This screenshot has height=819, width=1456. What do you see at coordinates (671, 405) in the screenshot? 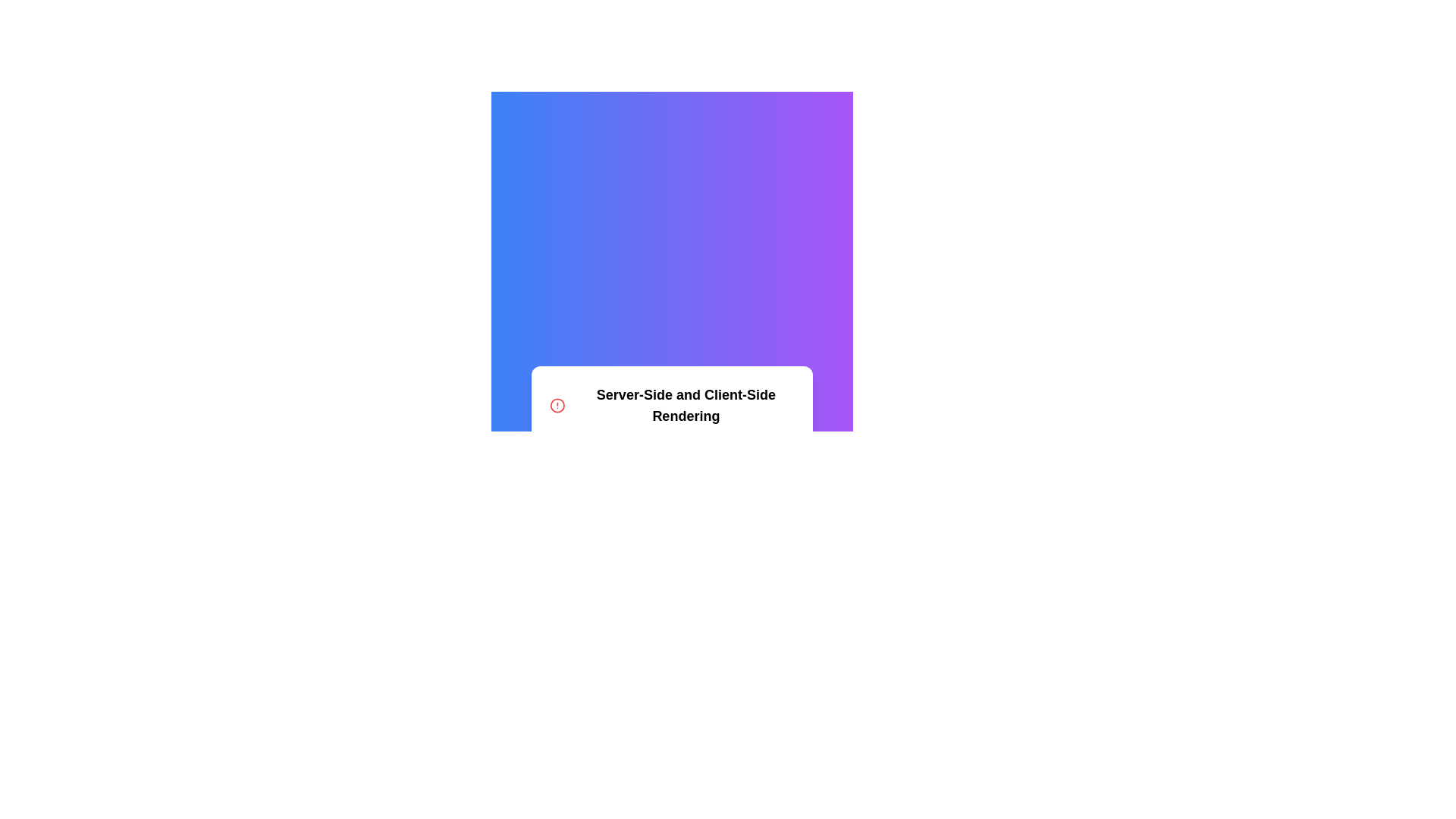
I see `the Text Header with Icon that displays 'Server-Side and Client-Side Rendering' and has an alert symbol icon to its left` at bounding box center [671, 405].